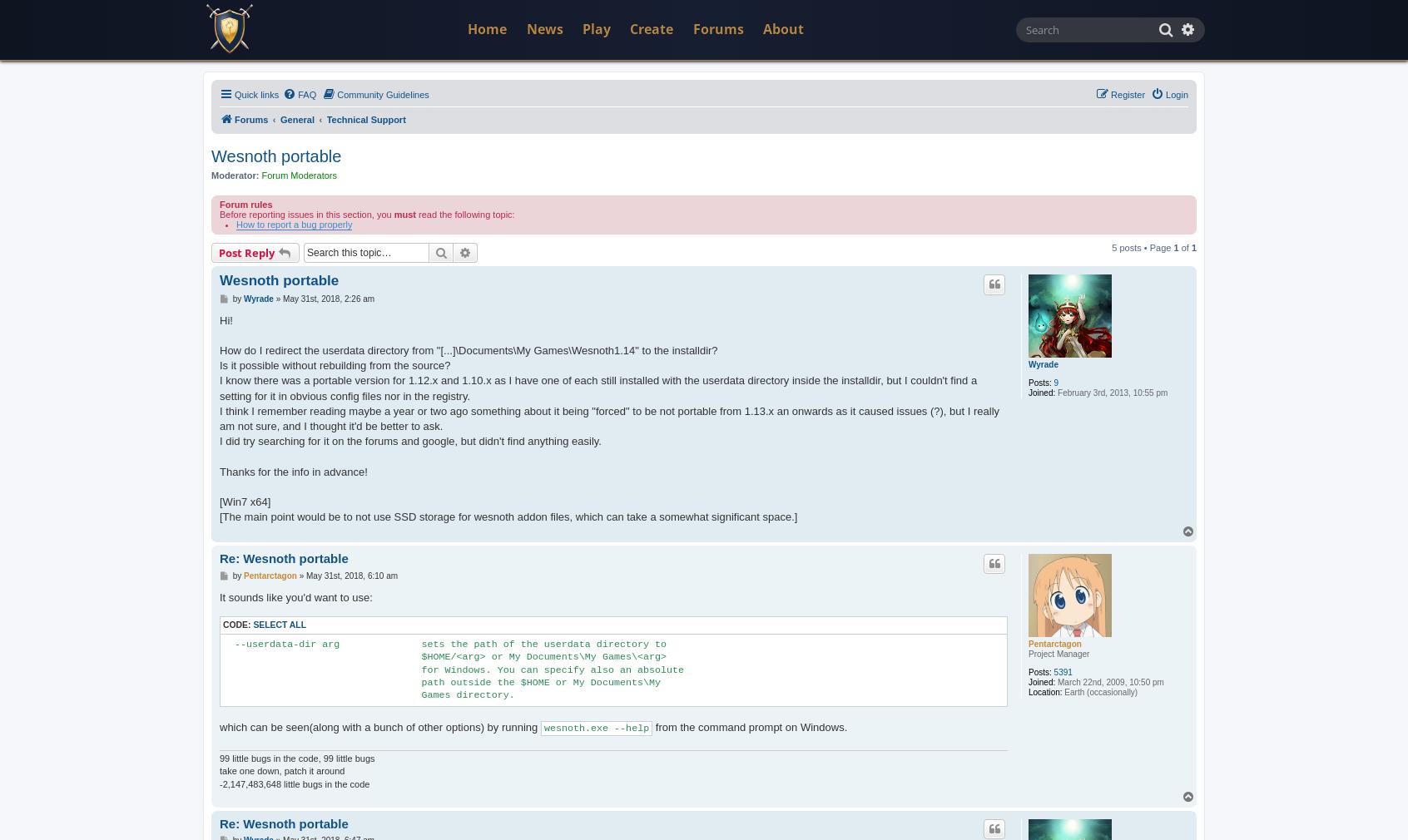 Image resolution: width=1408 pixels, height=840 pixels. I want to click on 'Earth (occasionally)', so click(1098, 692).